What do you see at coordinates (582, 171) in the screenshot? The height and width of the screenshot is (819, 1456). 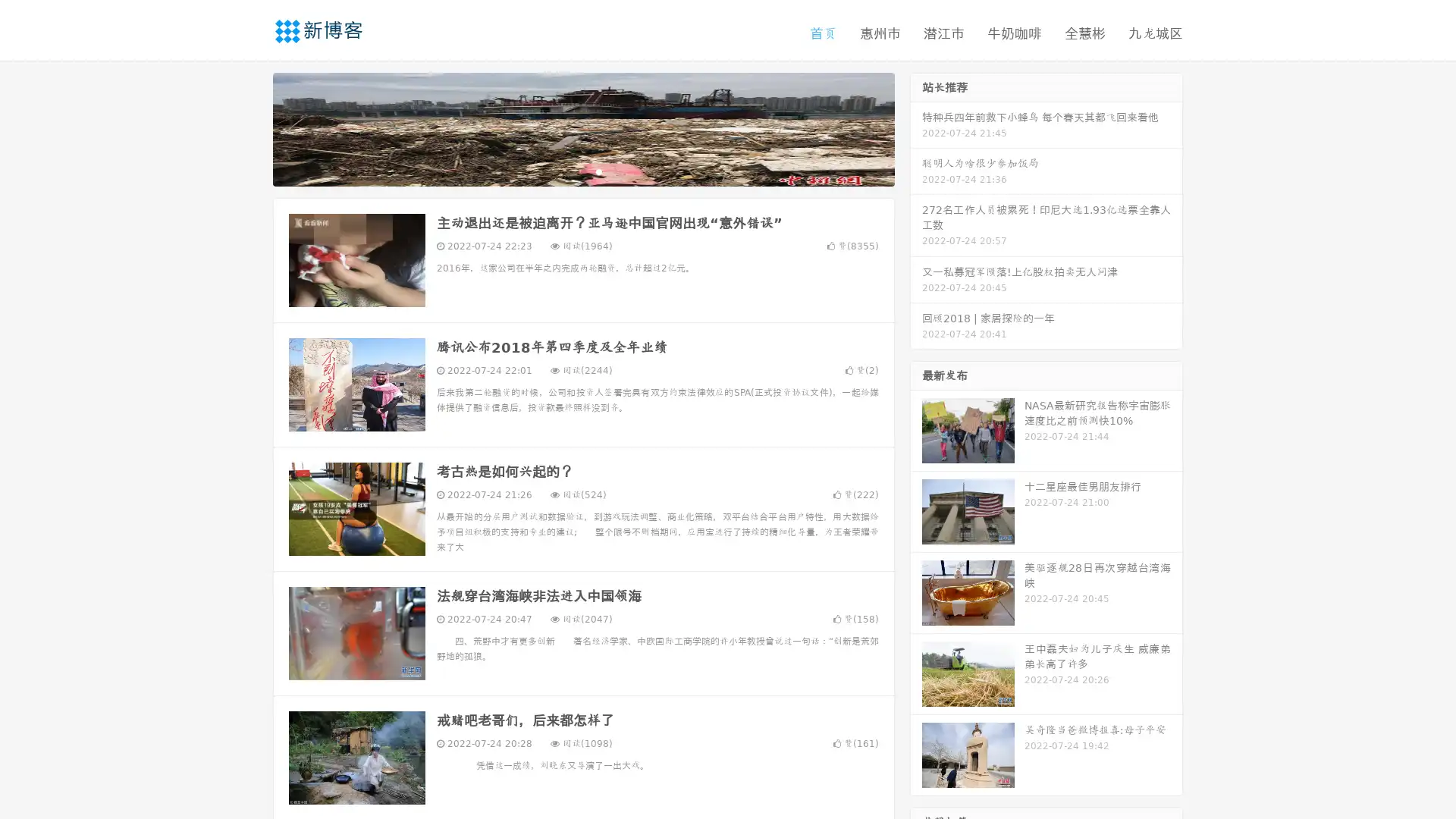 I see `Go to slide 2` at bounding box center [582, 171].